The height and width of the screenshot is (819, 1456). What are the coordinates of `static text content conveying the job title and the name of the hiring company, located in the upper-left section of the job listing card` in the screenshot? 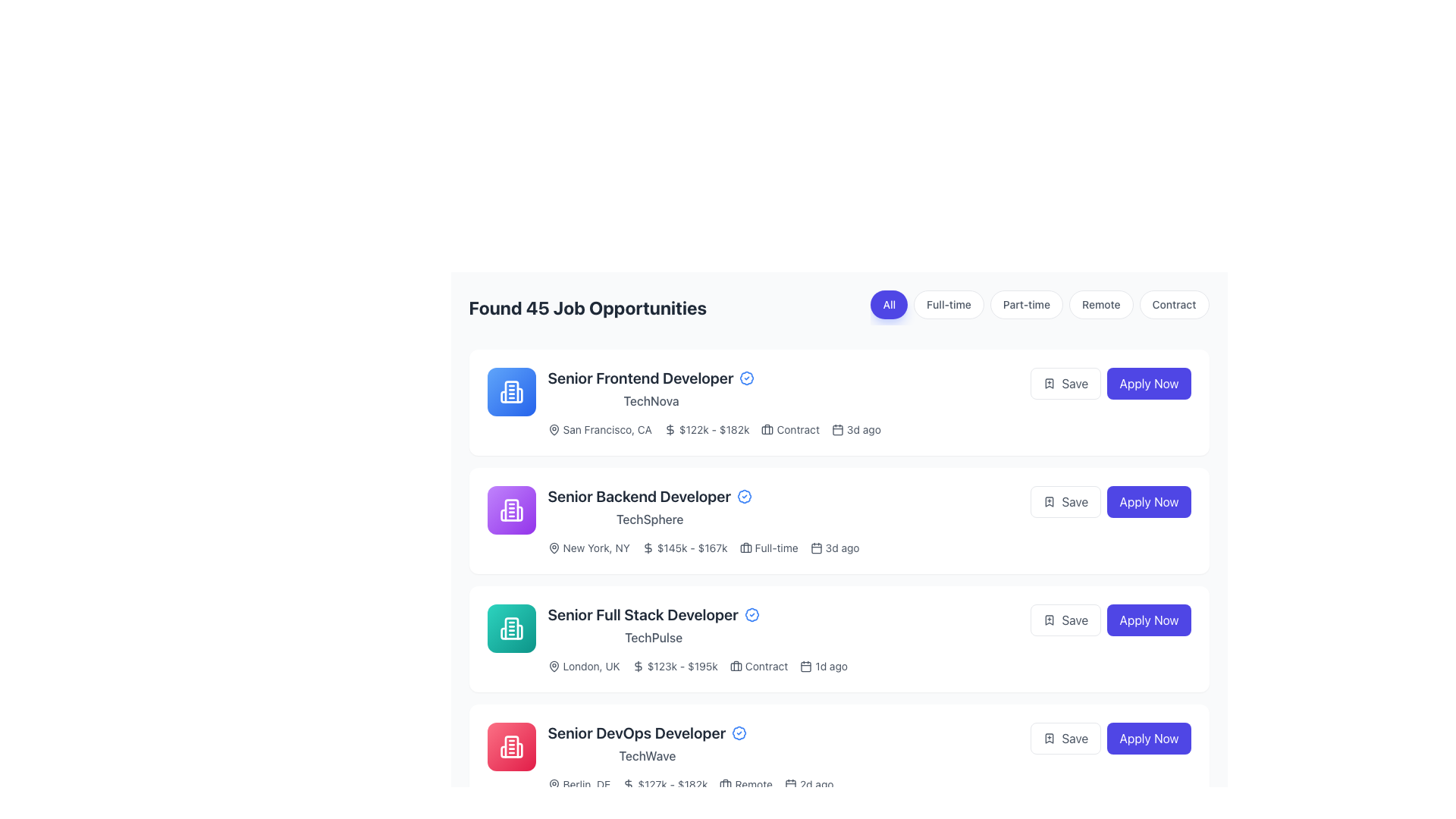 It's located at (650, 507).